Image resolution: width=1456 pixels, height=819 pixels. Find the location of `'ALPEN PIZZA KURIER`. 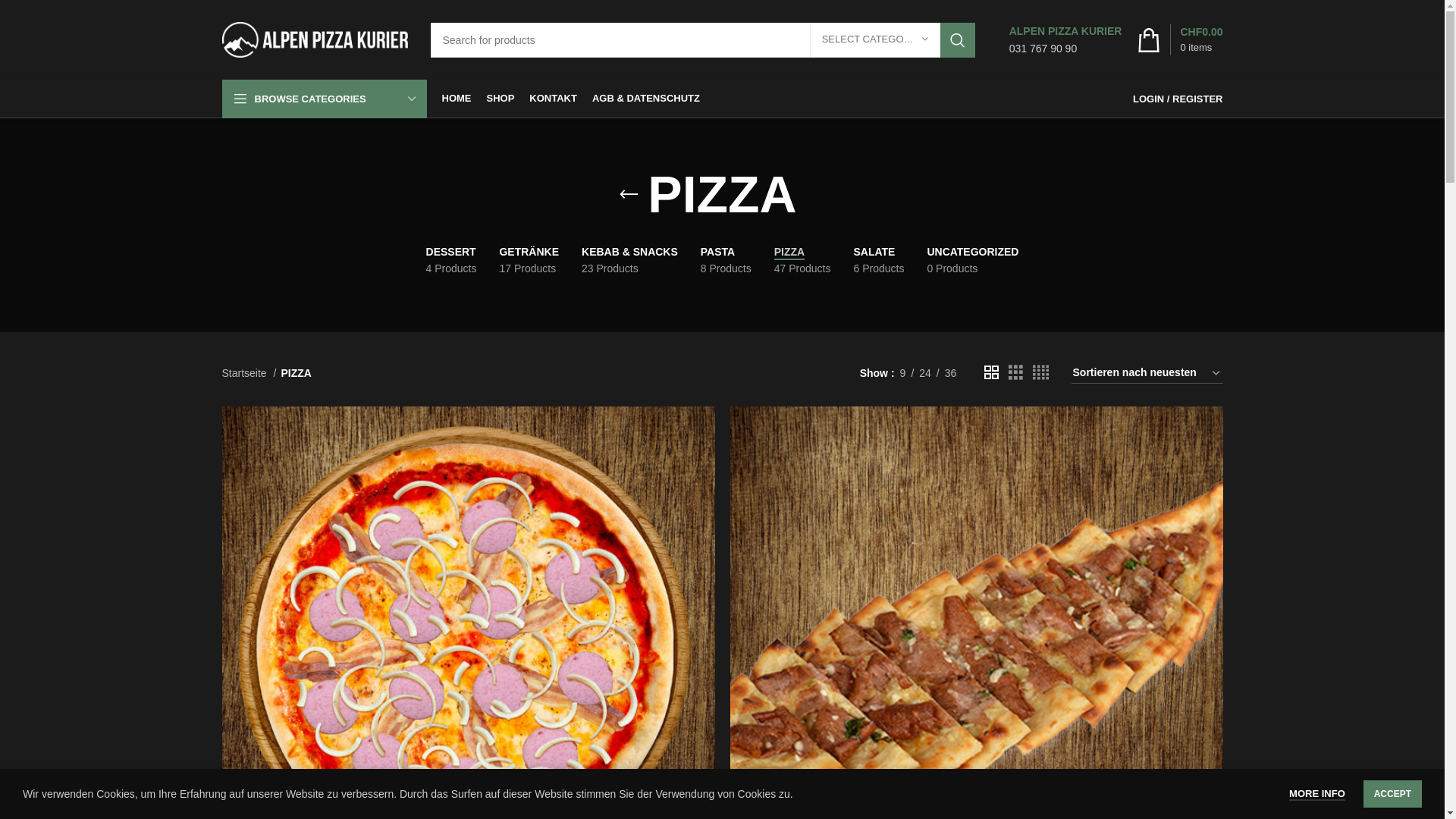

'ALPEN PIZZA KURIER is located at coordinates (1065, 39).